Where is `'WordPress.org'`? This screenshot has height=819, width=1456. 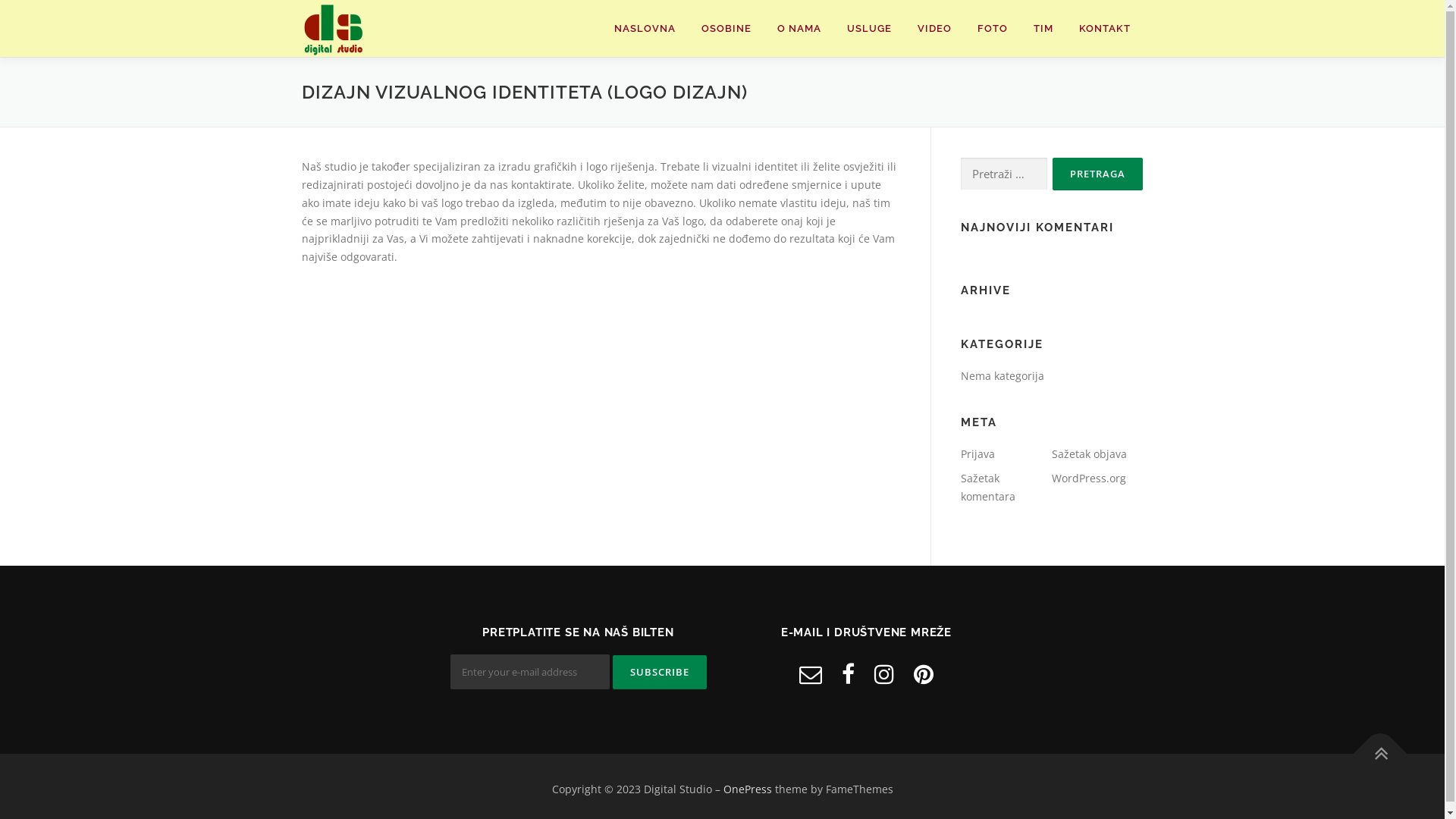 'WordPress.org' is located at coordinates (1087, 478).